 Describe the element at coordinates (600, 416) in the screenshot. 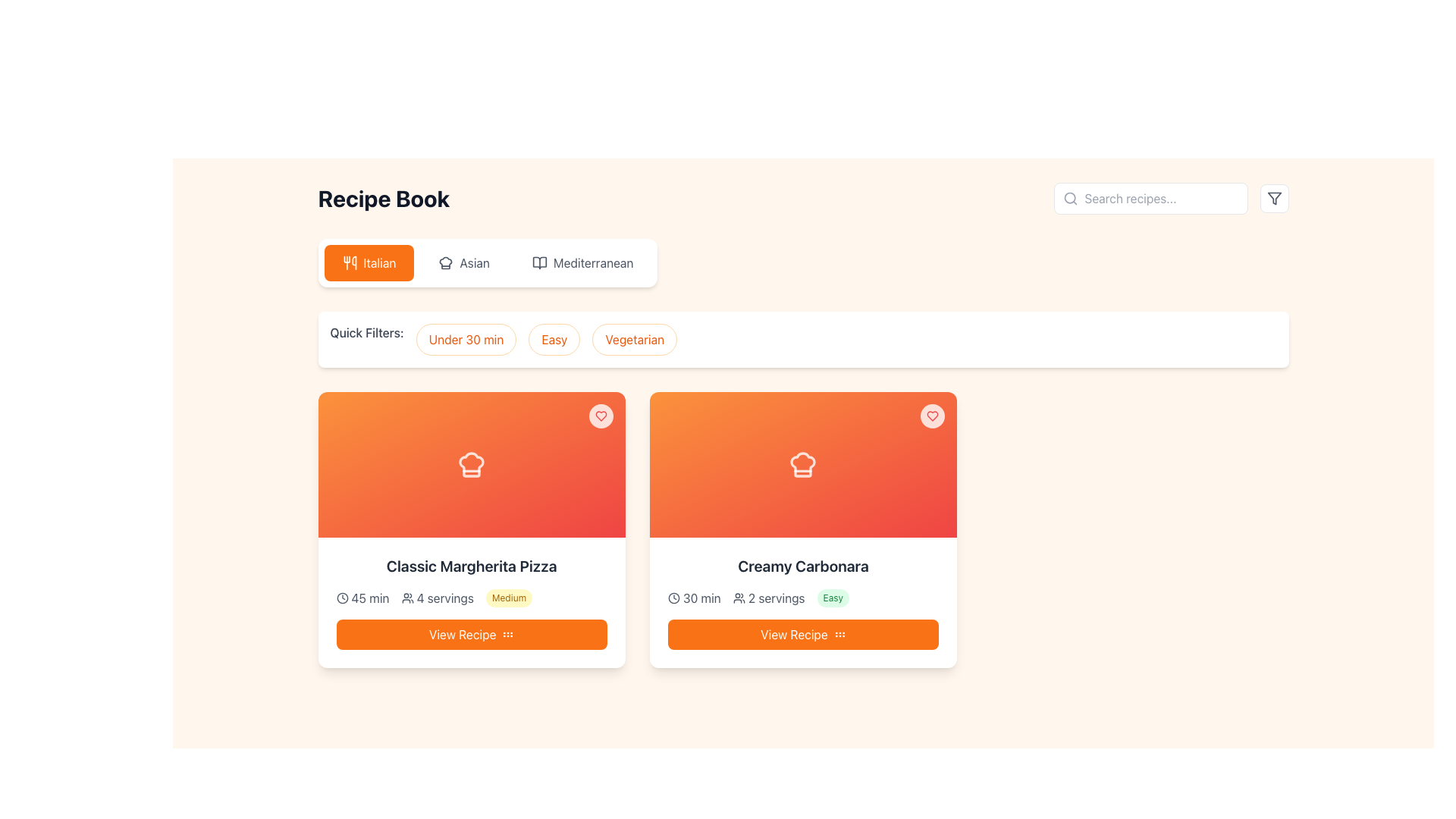

I see `the heart button in the upper-right corner of the 'Classic Margherita Pizza' recipe card to favorite the recipe` at that location.